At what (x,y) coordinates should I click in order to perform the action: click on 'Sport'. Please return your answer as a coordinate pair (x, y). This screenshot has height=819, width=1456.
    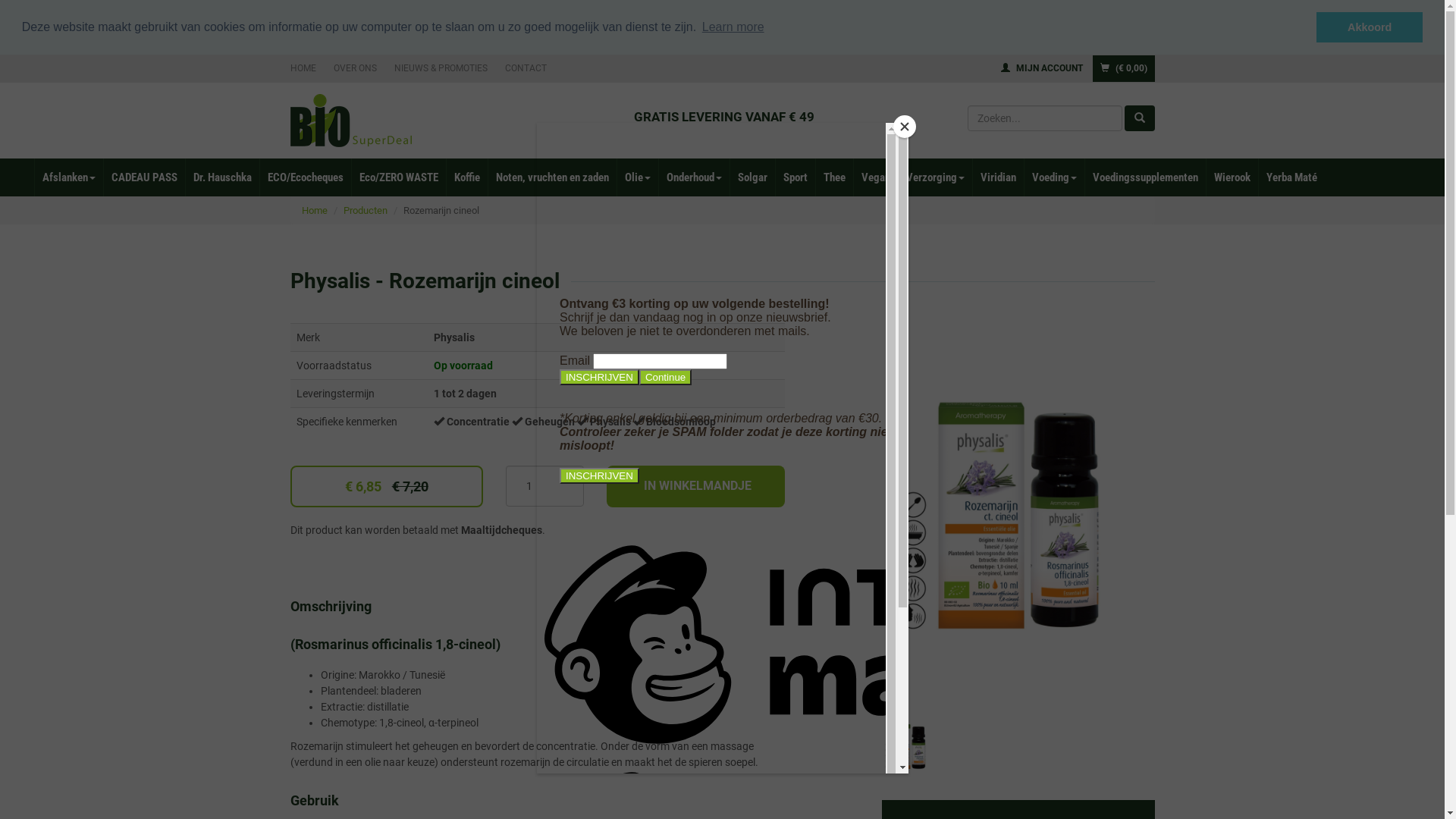
    Looking at the image, I should click on (794, 175).